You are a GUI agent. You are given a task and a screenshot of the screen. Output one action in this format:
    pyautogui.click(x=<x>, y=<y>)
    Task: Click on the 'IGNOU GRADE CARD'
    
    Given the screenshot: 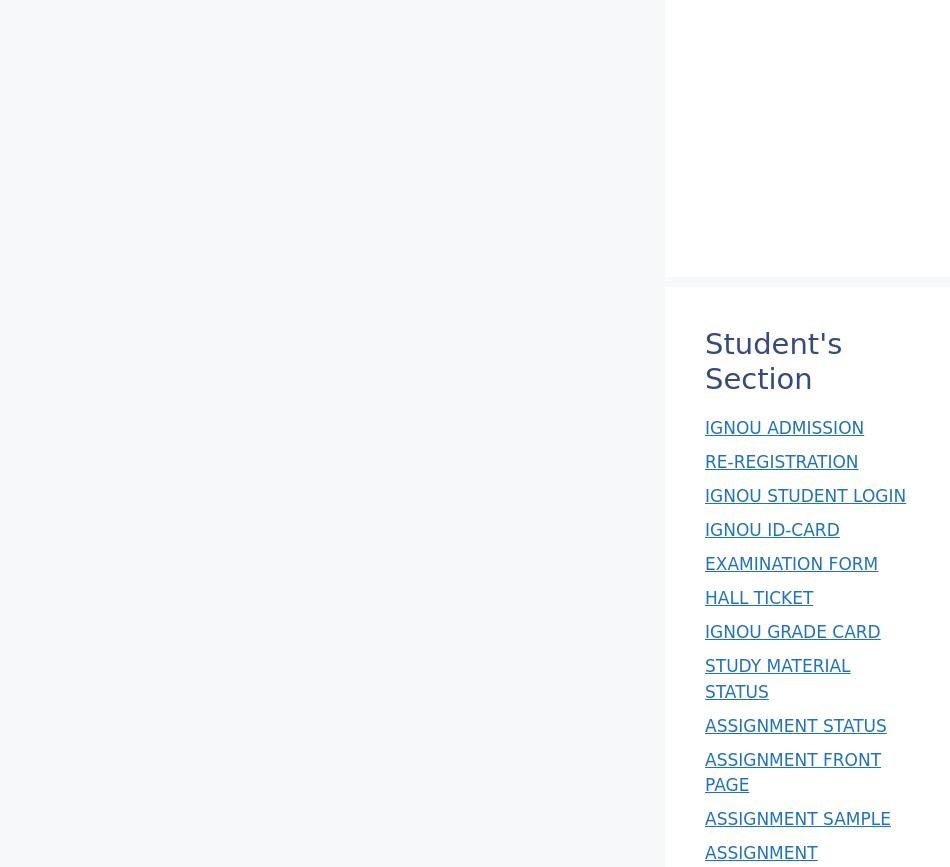 What is the action you would take?
    pyautogui.click(x=791, y=631)
    